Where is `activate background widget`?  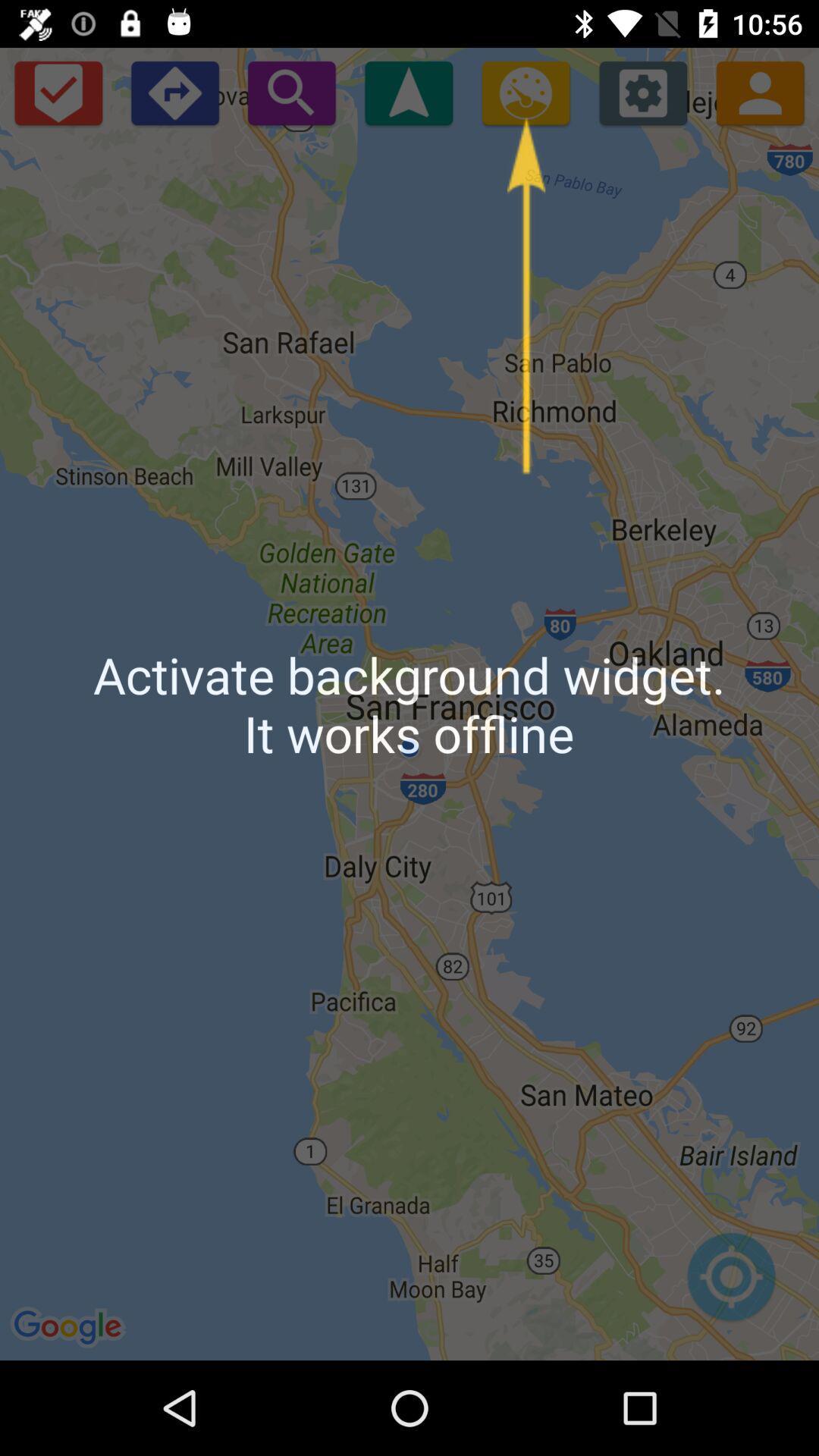 activate background widget is located at coordinates (525, 92).